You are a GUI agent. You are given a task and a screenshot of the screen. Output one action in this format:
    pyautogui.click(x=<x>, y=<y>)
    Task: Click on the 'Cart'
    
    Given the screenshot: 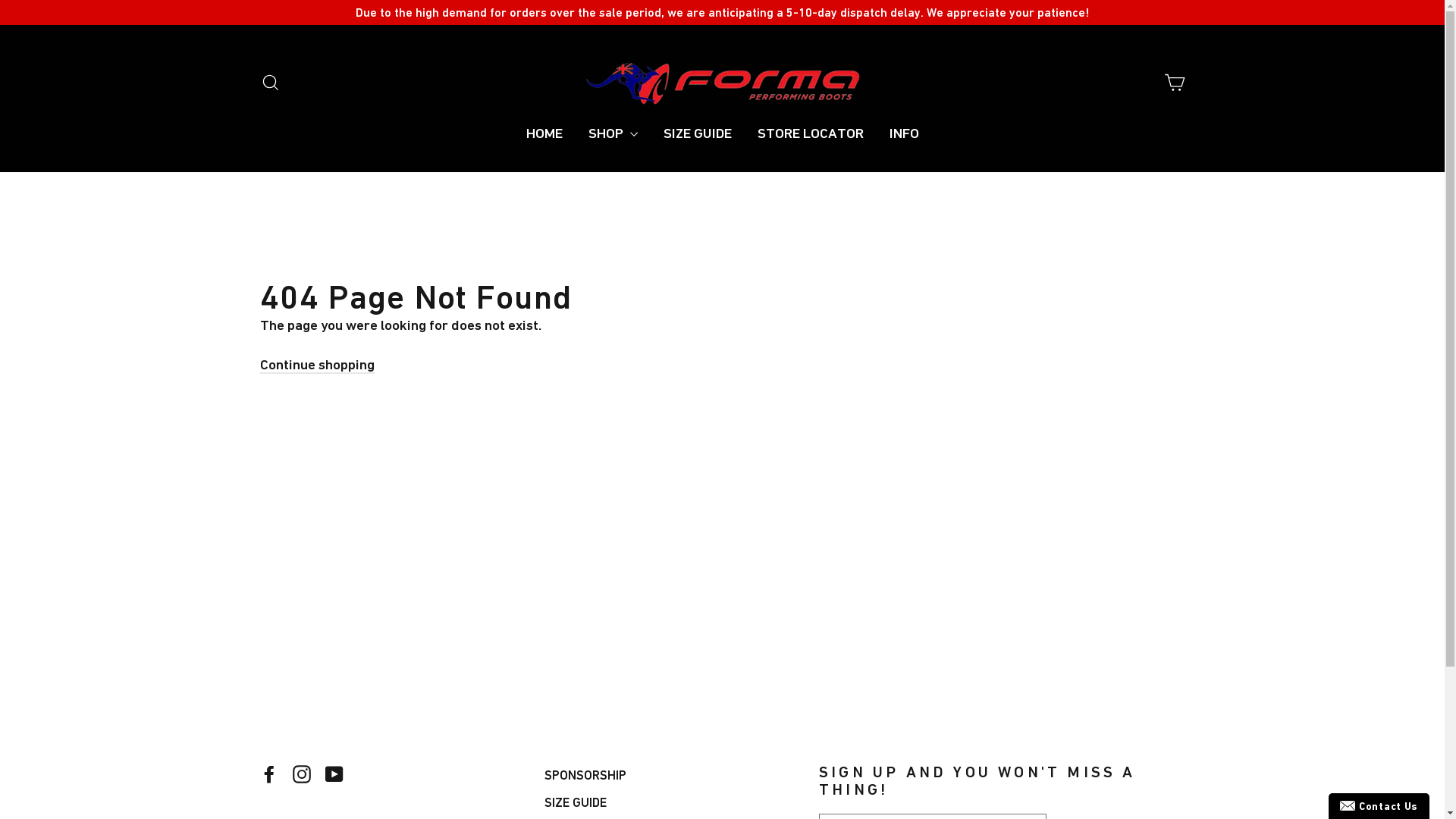 What is the action you would take?
    pyautogui.click(x=1173, y=83)
    